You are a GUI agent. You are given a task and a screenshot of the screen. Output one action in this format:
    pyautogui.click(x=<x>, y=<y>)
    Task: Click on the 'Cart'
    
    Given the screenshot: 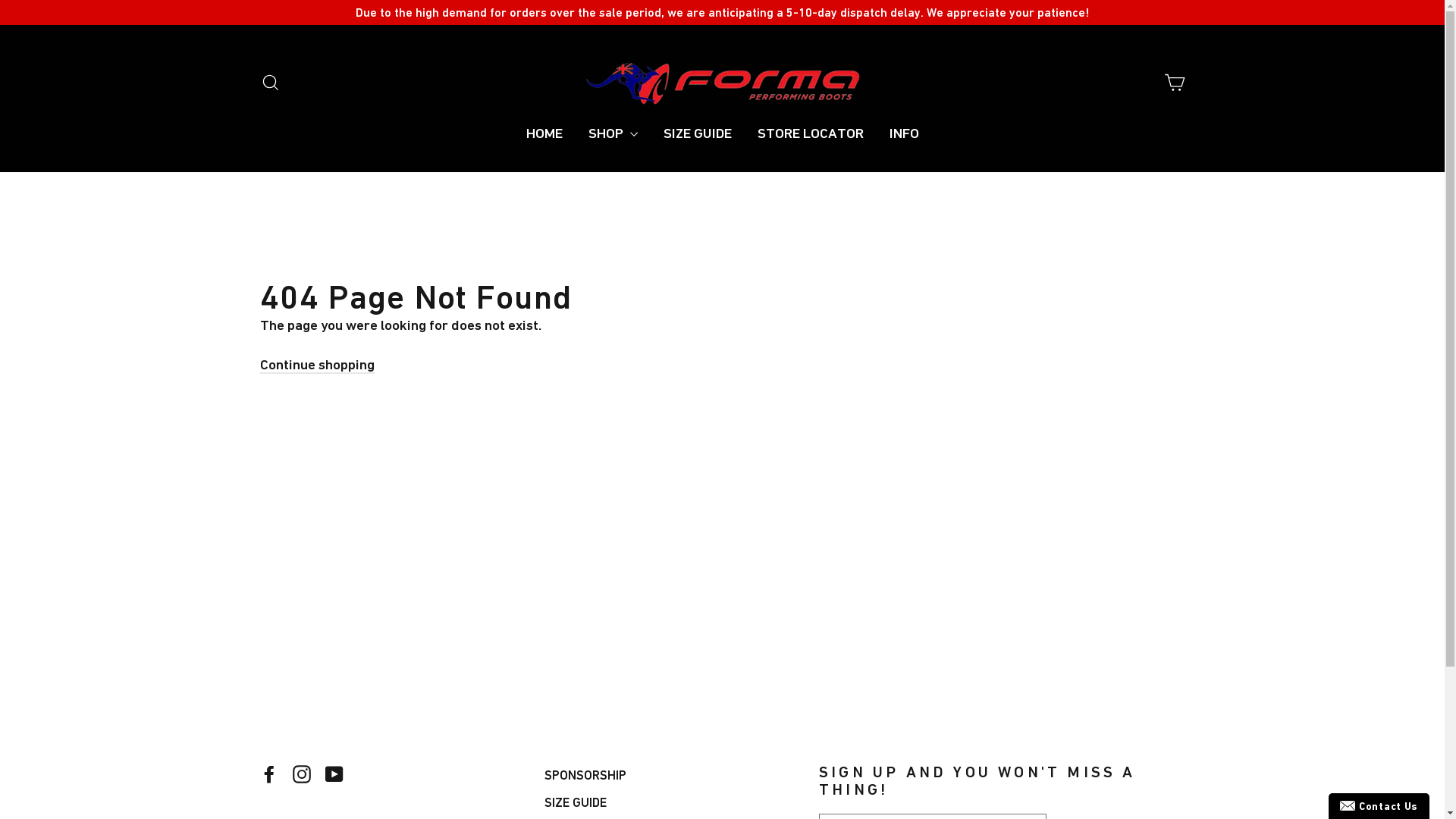 What is the action you would take?
    pyautogui.click(x=1173, y=83)
    